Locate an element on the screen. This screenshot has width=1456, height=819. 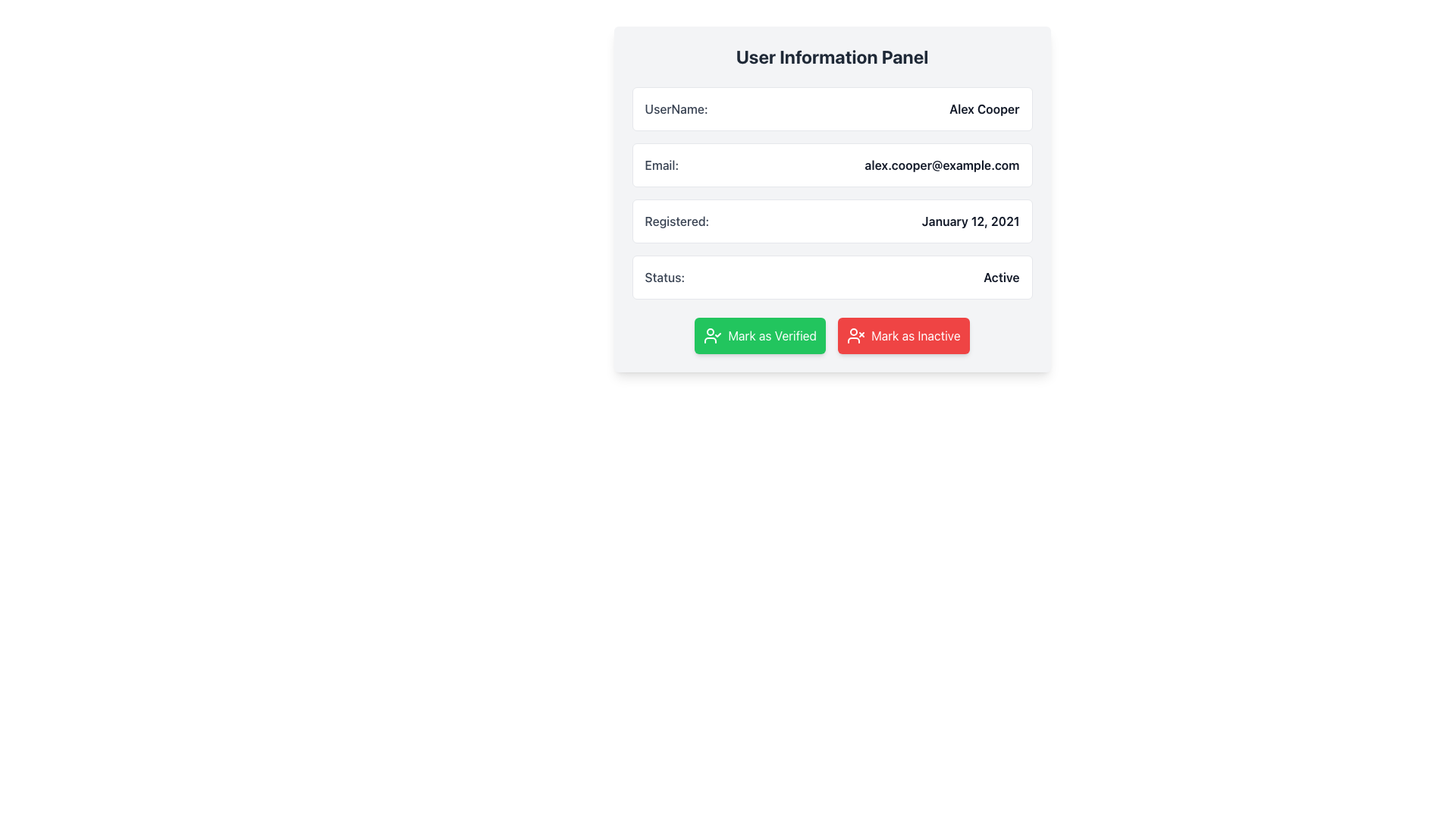
the static label text indicating the user registration date, located in the third row of the vertical panel is located at coordinates (676, 221).